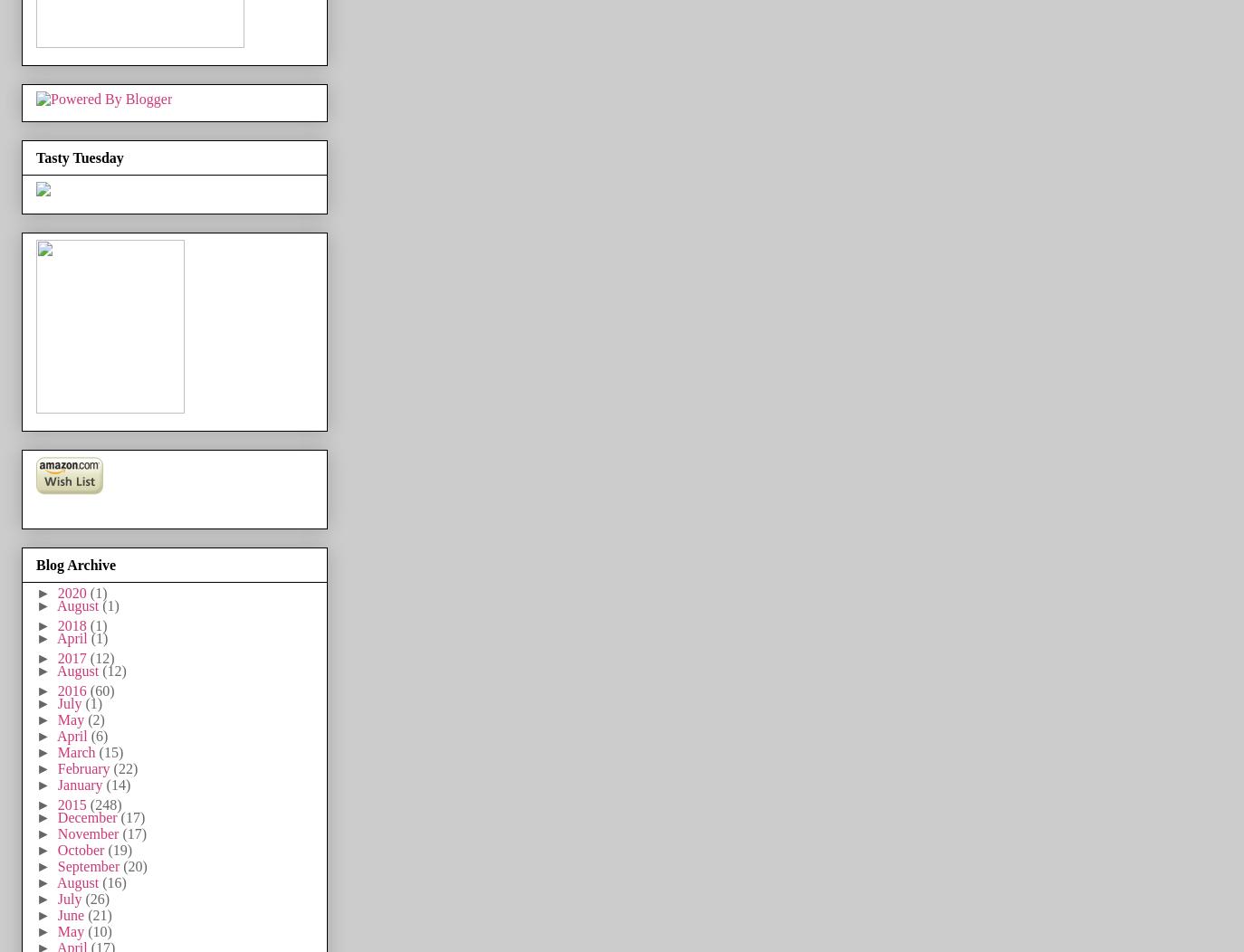 This screenshot has height=952, width=1244. I want to click on 'February', so click(83, 766).